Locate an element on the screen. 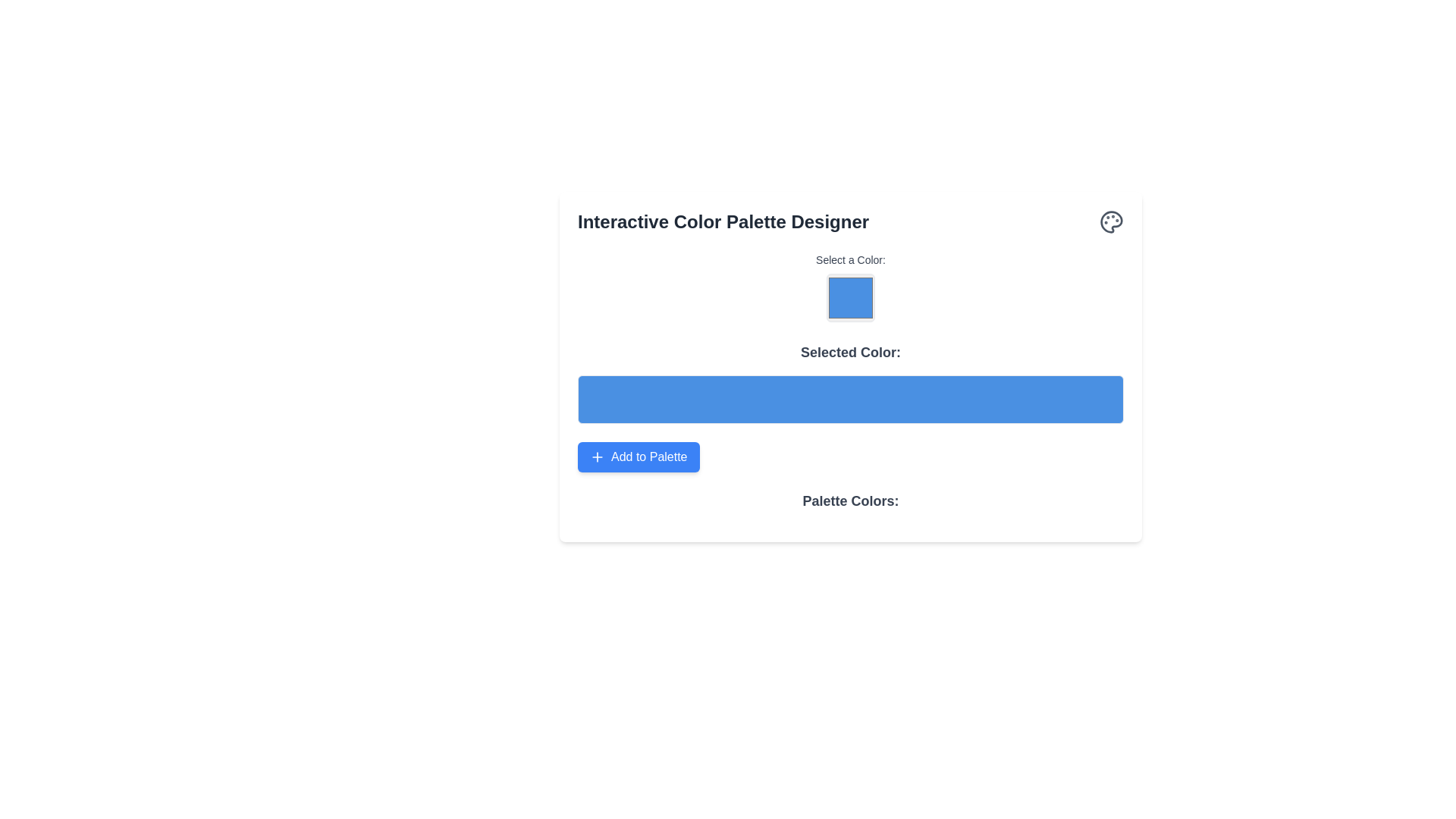  the text element at the top of the color palette designer interface is located at coordinates (851, 222).